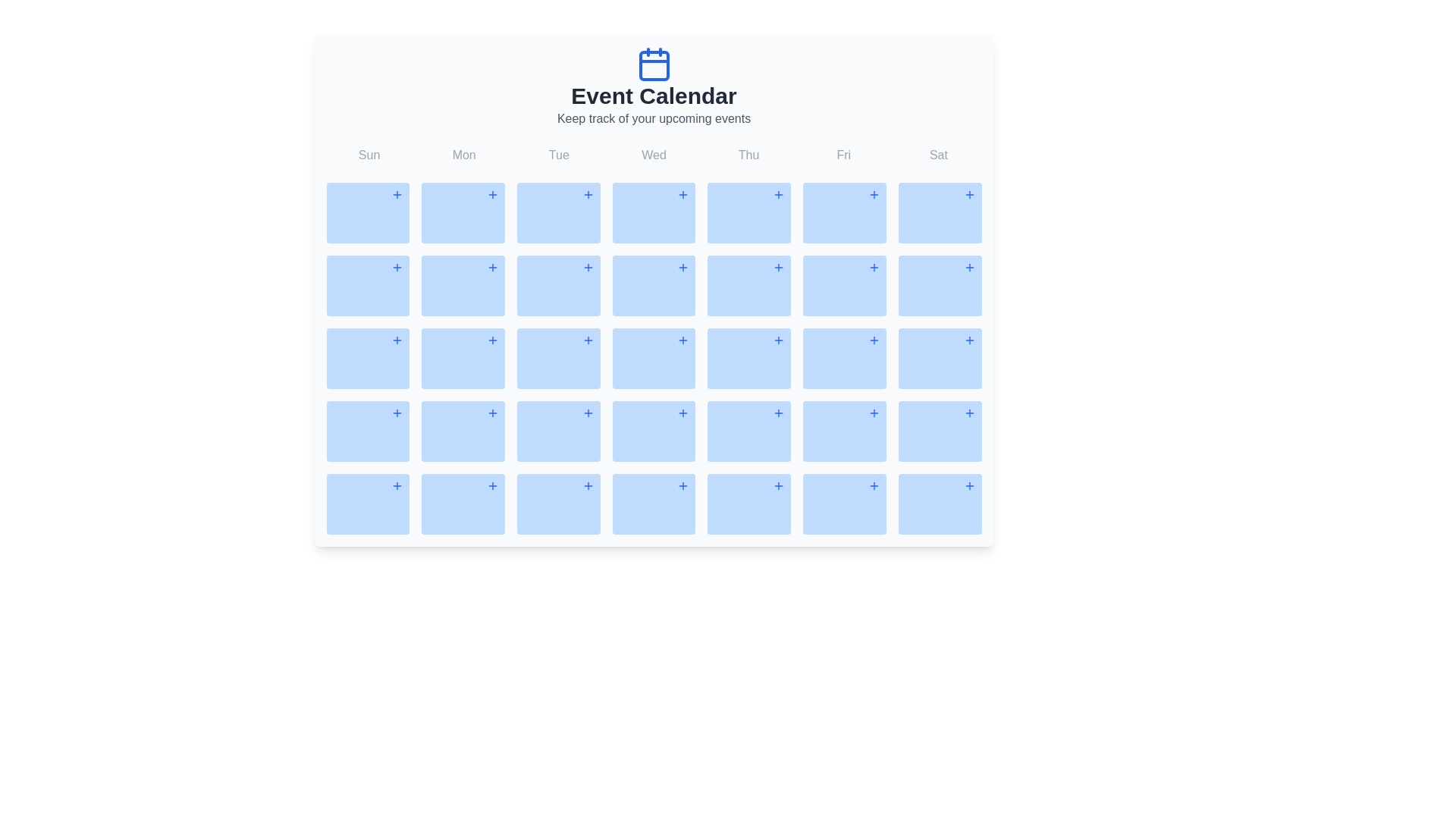 The height and width of the screenshot is (819, 1456). I want to click on the blue '+' button located in the top-right corner of the fourth cell in the fourth row of the event calendar, so click(779, 339).